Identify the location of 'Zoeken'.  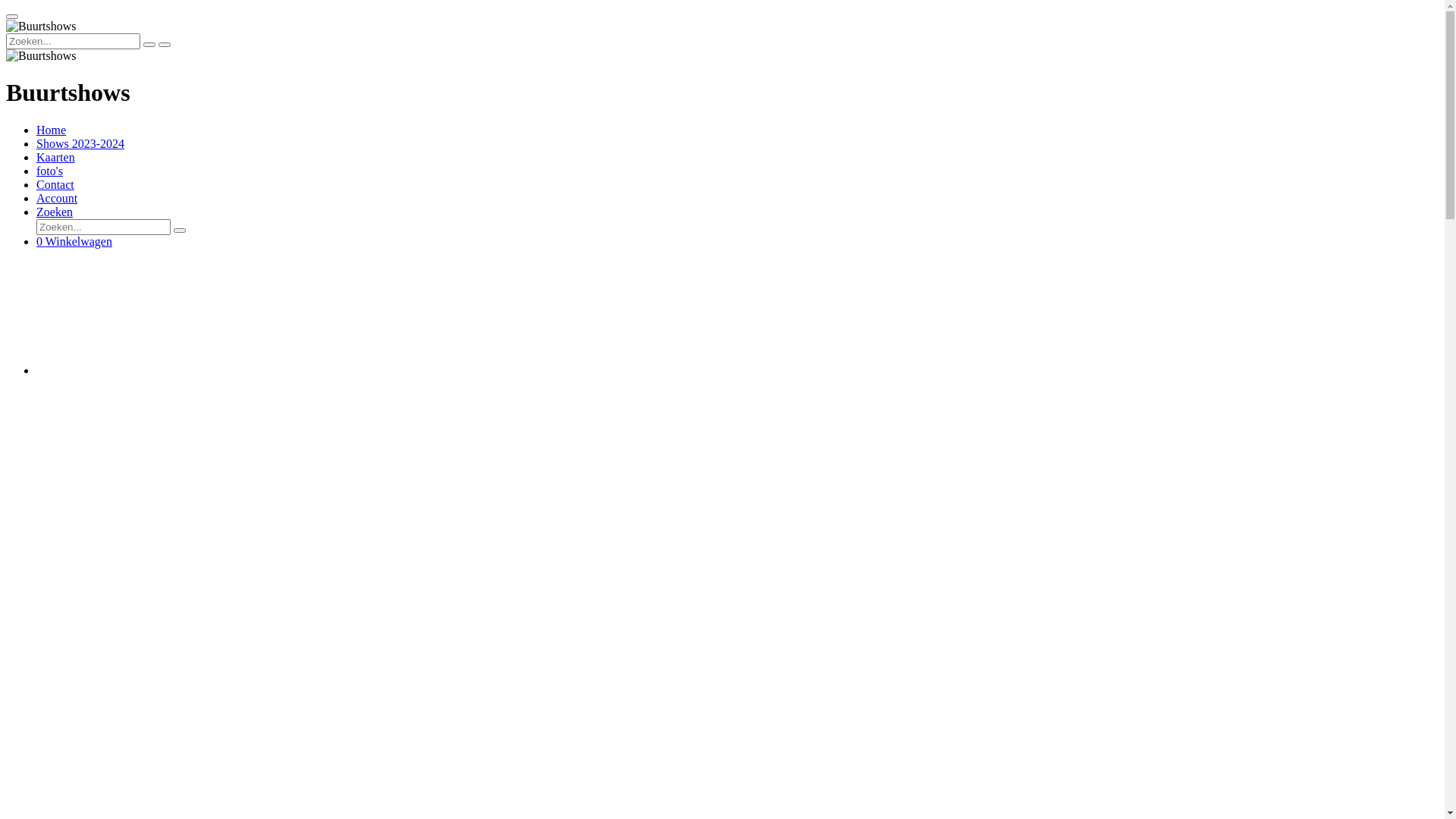
(55, 212).